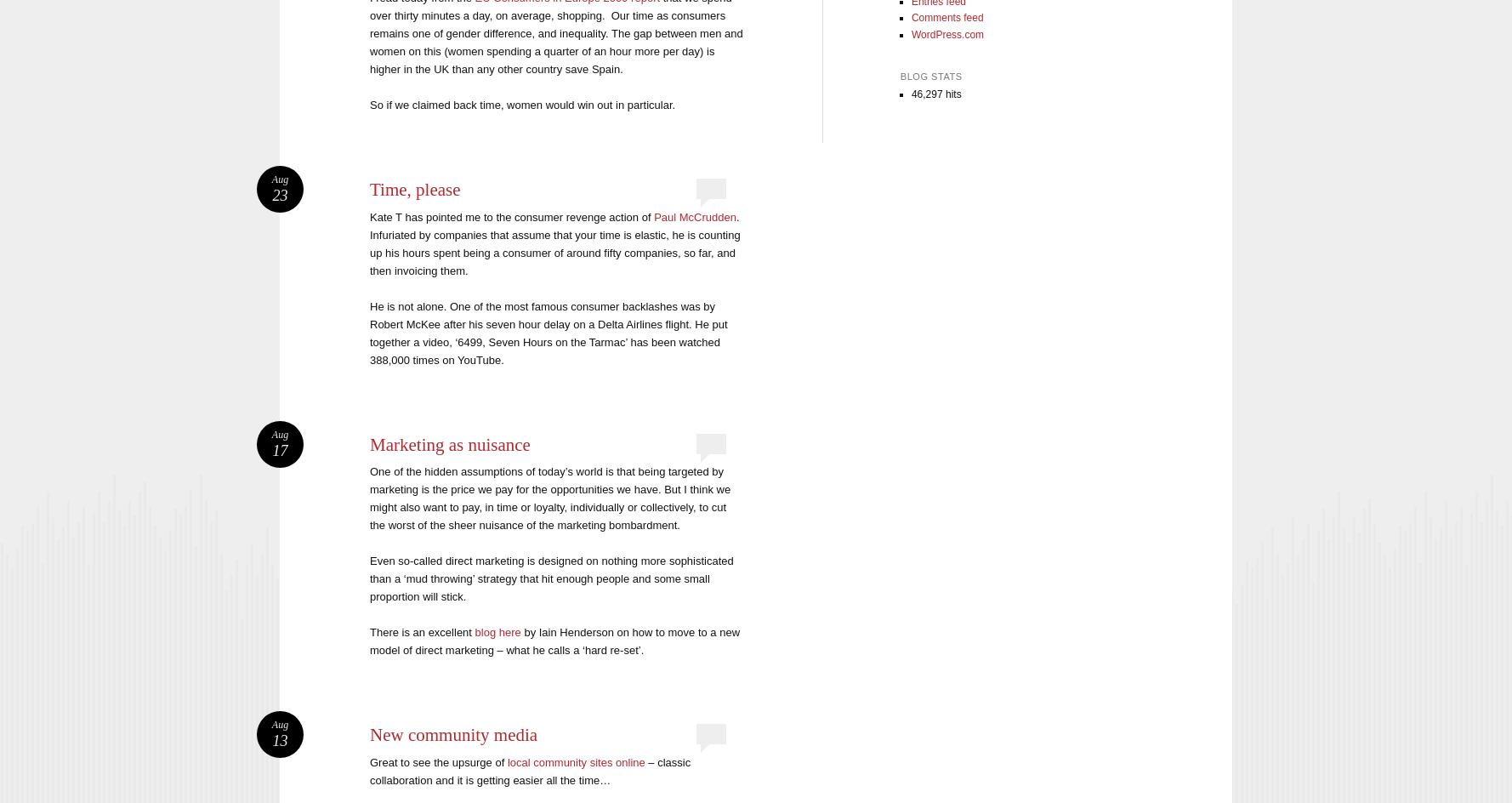 The width and height of the screenshot is (1512, 803). I want to click on 'local community sites online', so click(505, 760).